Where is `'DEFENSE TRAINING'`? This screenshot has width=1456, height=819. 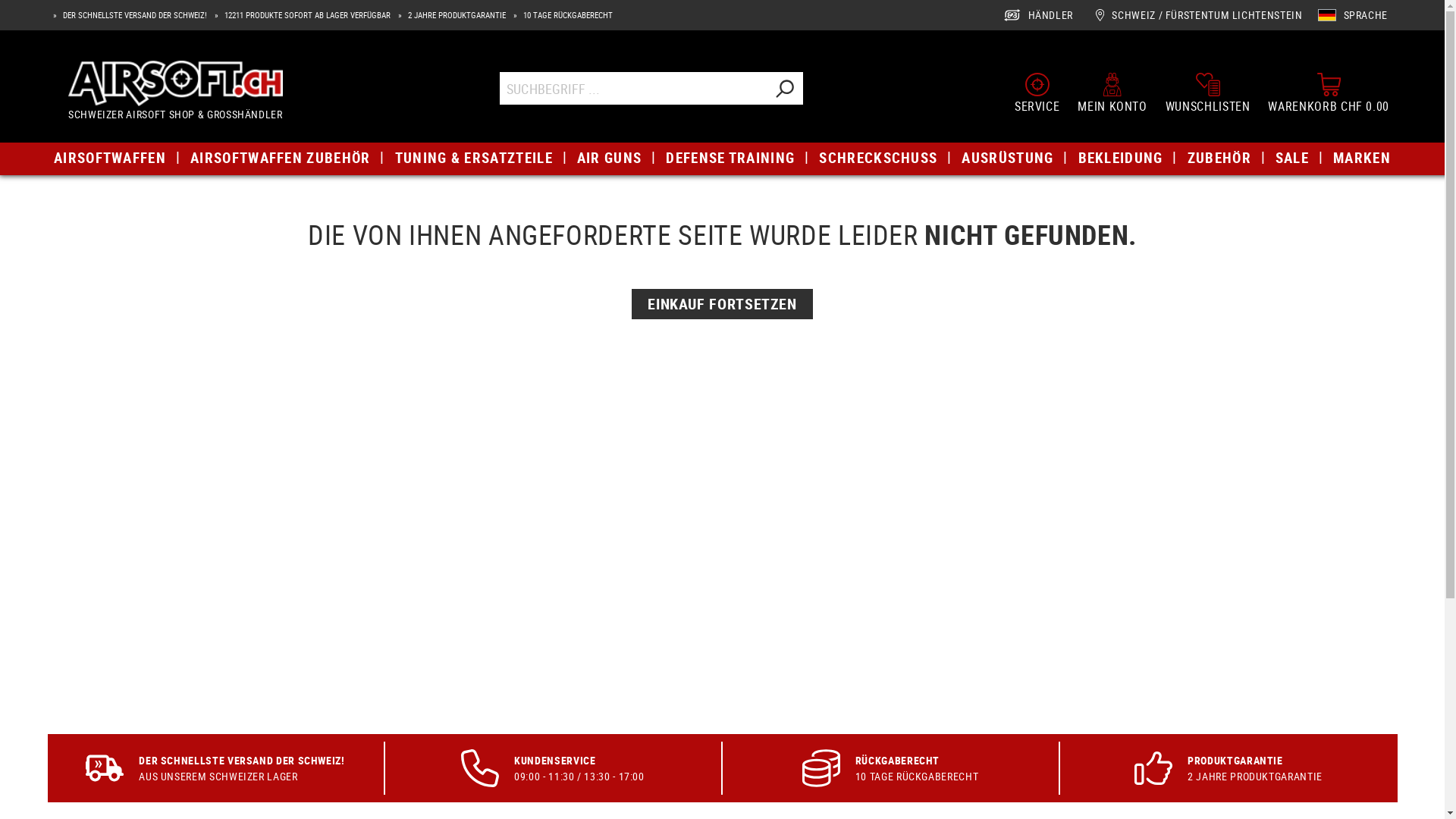
'DEFENSE TRAINING' is located at coordinates (730, 158).